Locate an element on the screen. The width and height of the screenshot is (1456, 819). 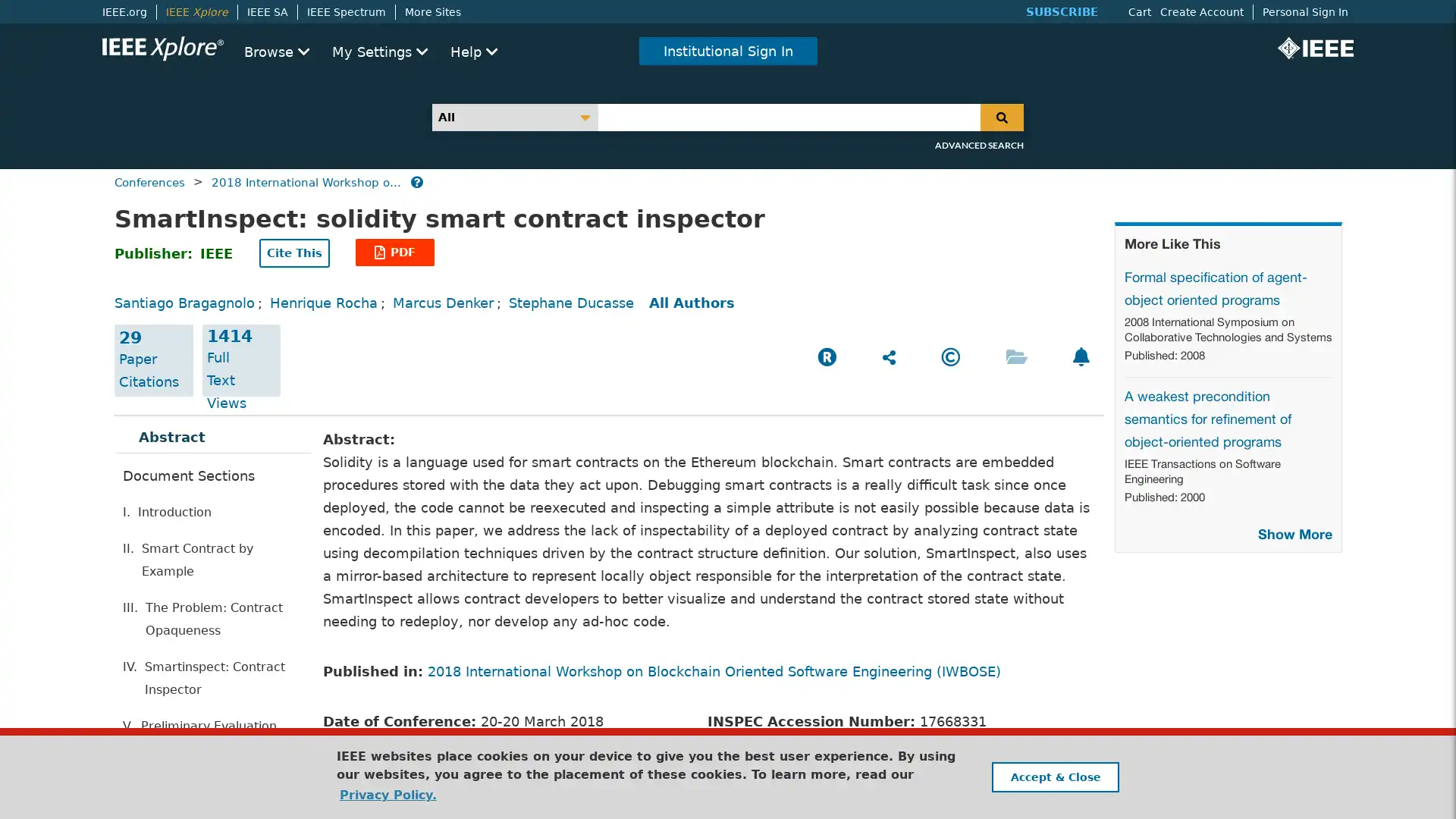
Show Full Outline is located at coordinates (184, 757).